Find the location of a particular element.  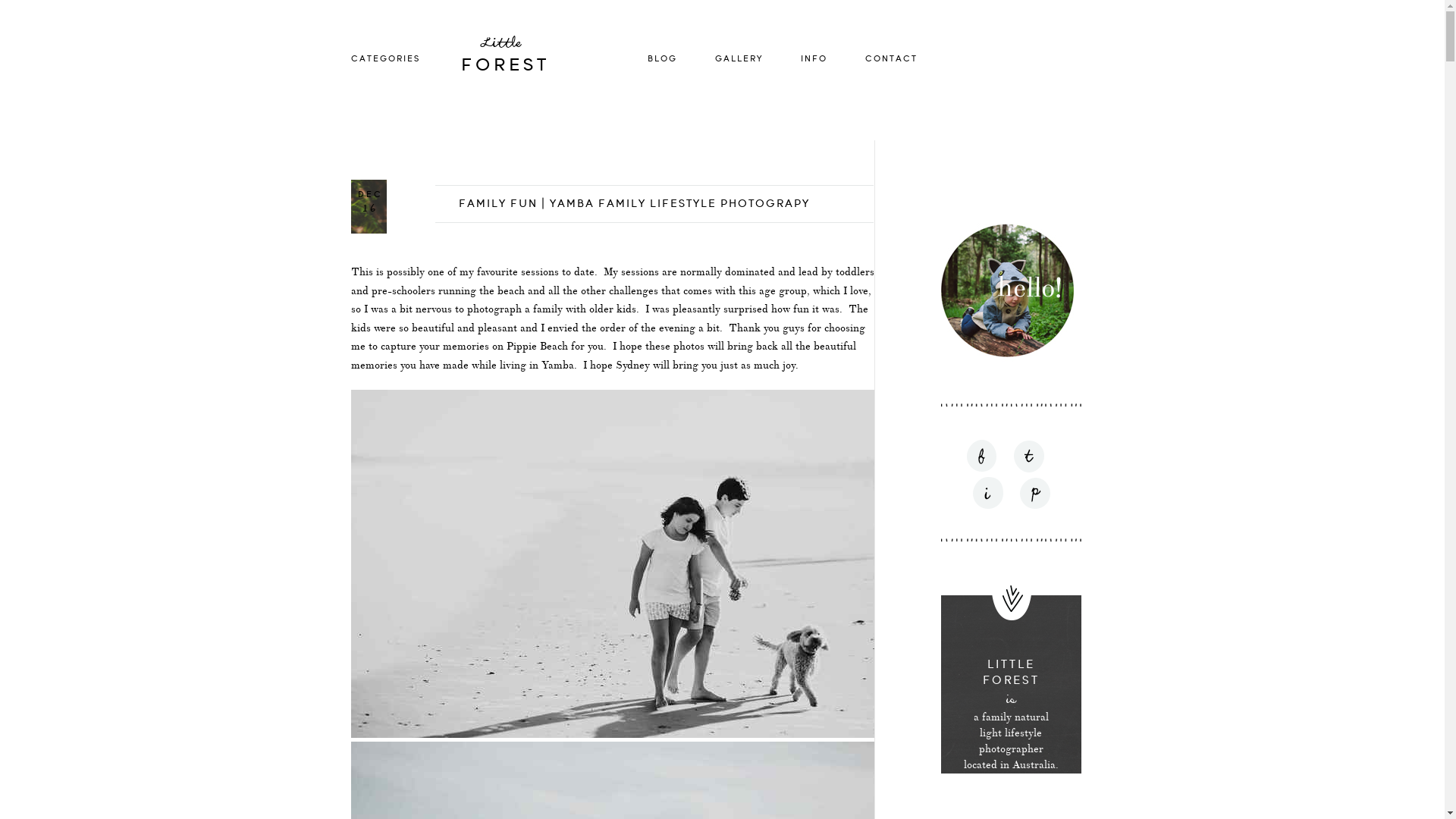

'BLOG' is located at coordinates (662, 58).